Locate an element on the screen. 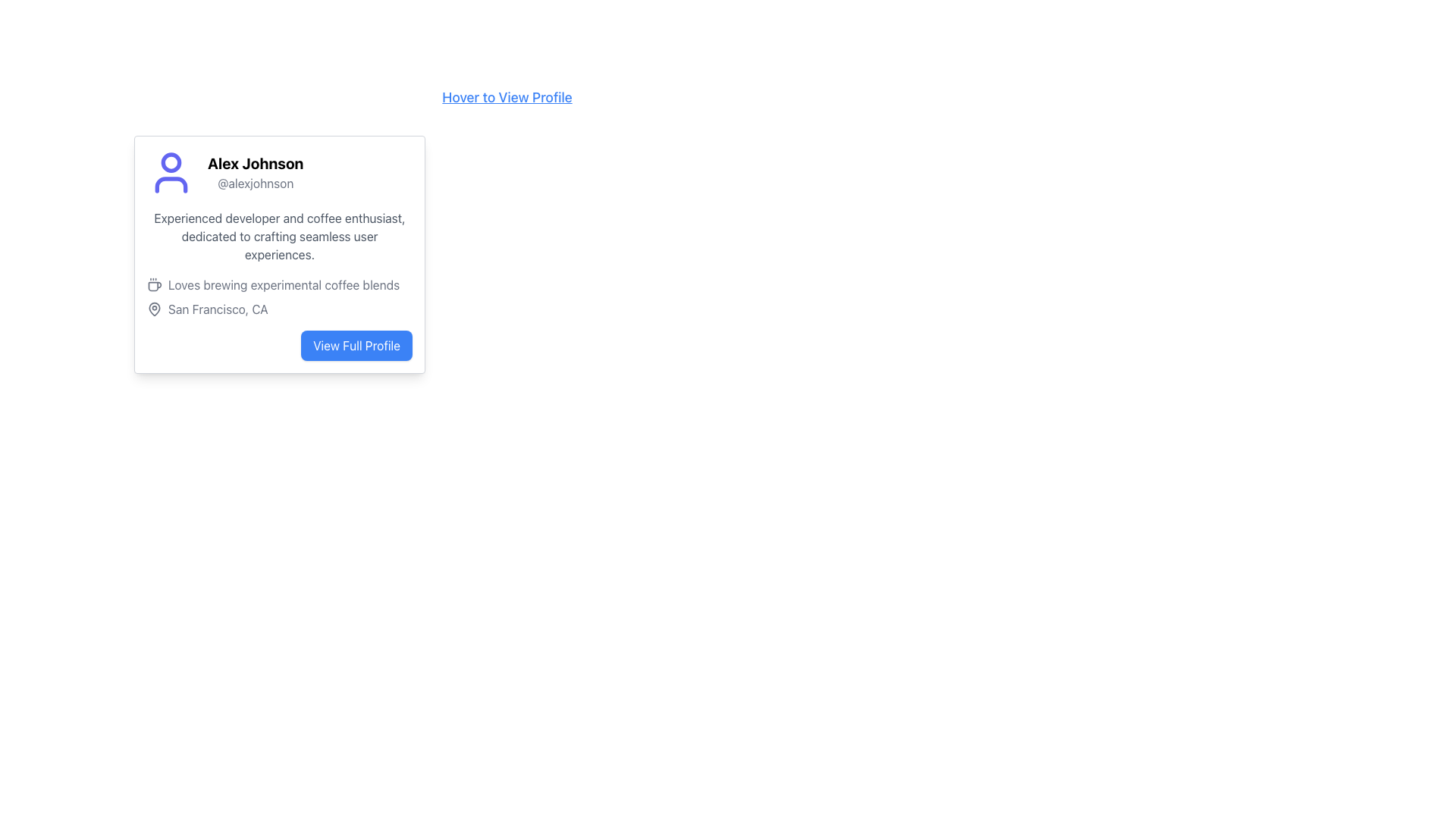 This screenshot has height=819, width=1456. the text element that states 'Loves brewing experimental coffee blends' with a small icon on its left side, located below the biography segment and above the location description is located at coordinates (280, 284).